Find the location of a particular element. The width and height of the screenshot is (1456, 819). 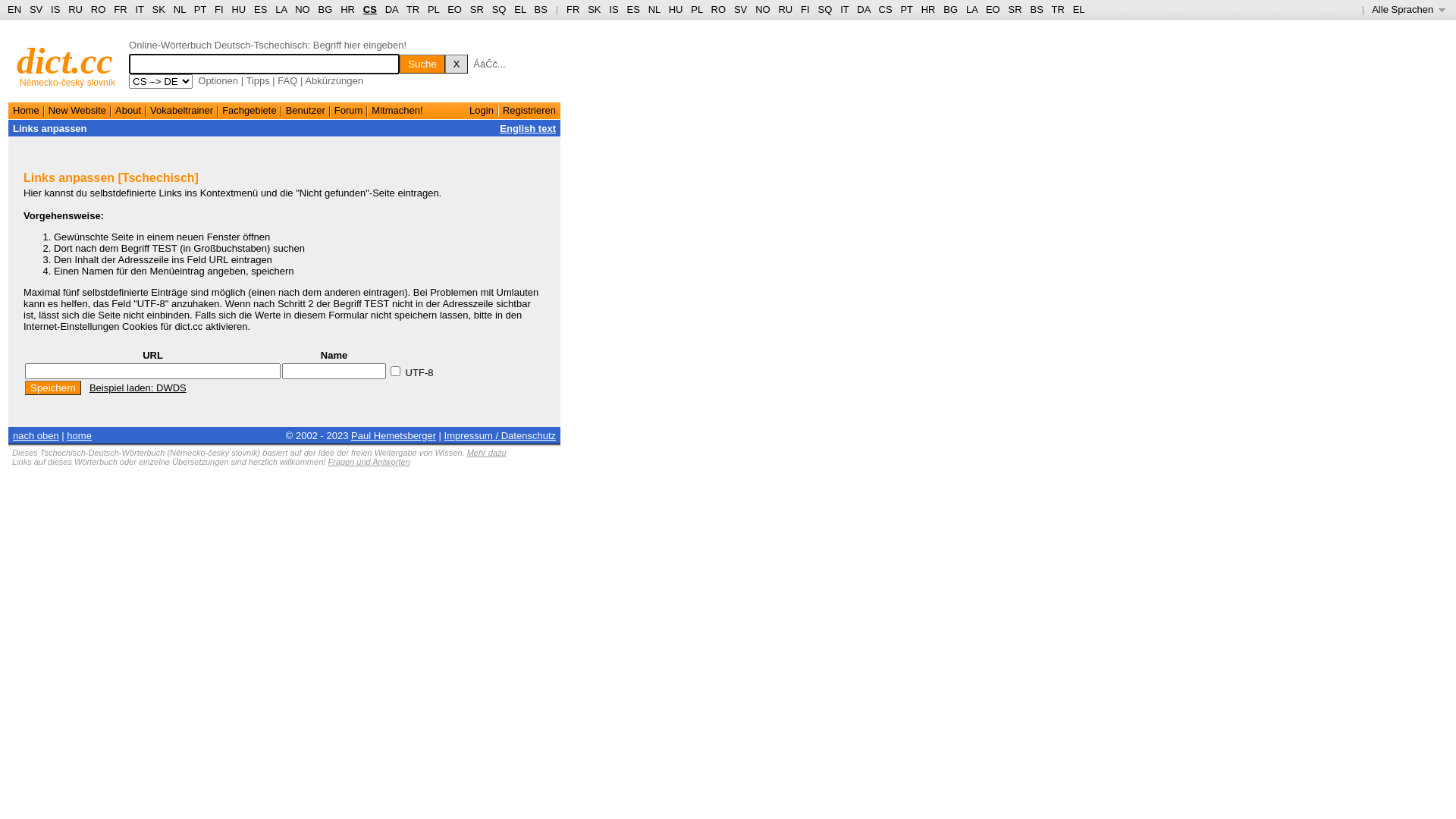

'nach oben' is located at coordinates (36, 435).